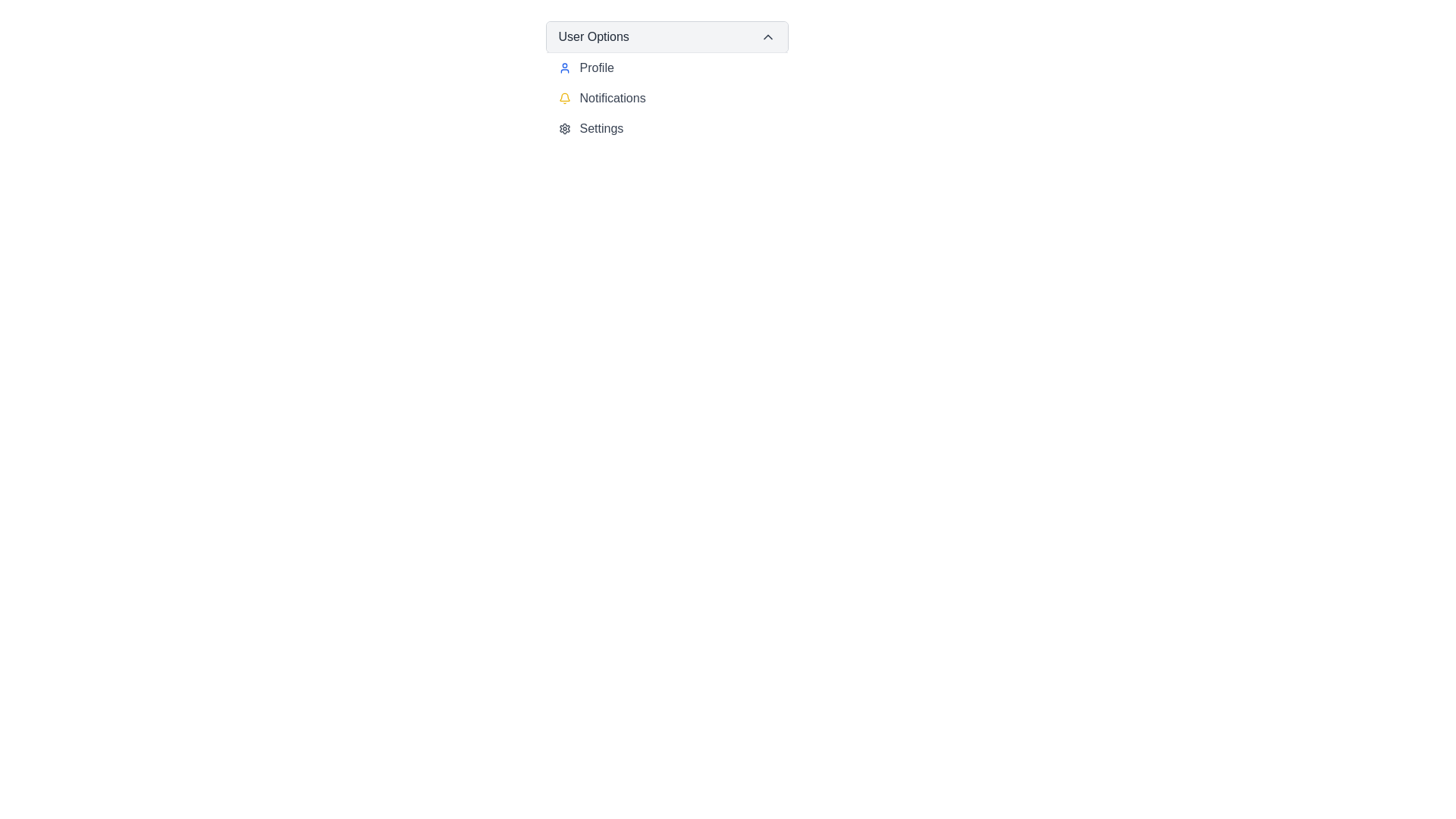 Image resolution: width=1456 pixels, height=819 pixels. What do you see at coordinates (667, 36) in the screenshot?
I see `the dropdown toggle button located at the top of the vertical list` at bounding box center [667, 36].